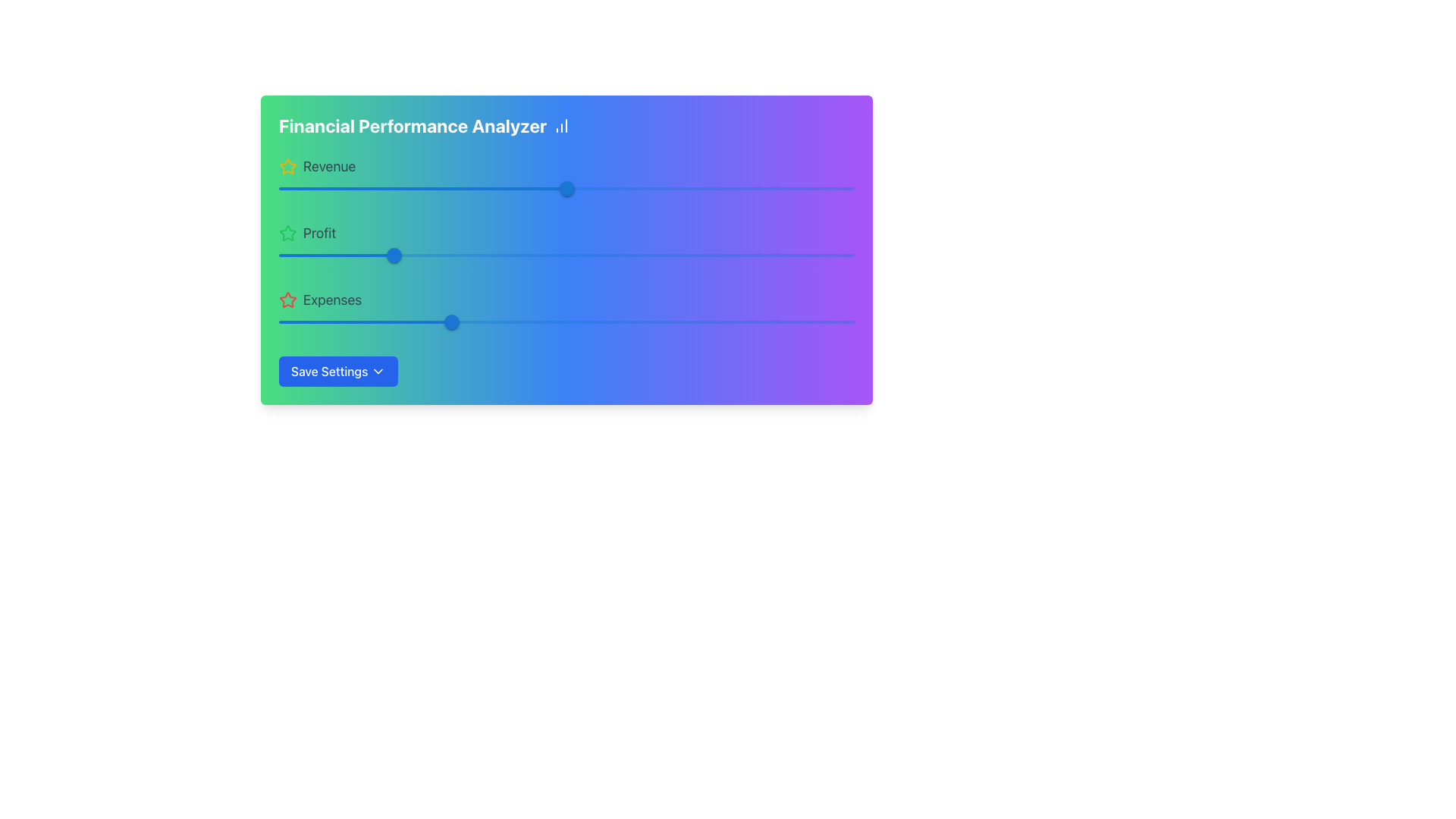  I want to click on the slider value, so click(288, 321).